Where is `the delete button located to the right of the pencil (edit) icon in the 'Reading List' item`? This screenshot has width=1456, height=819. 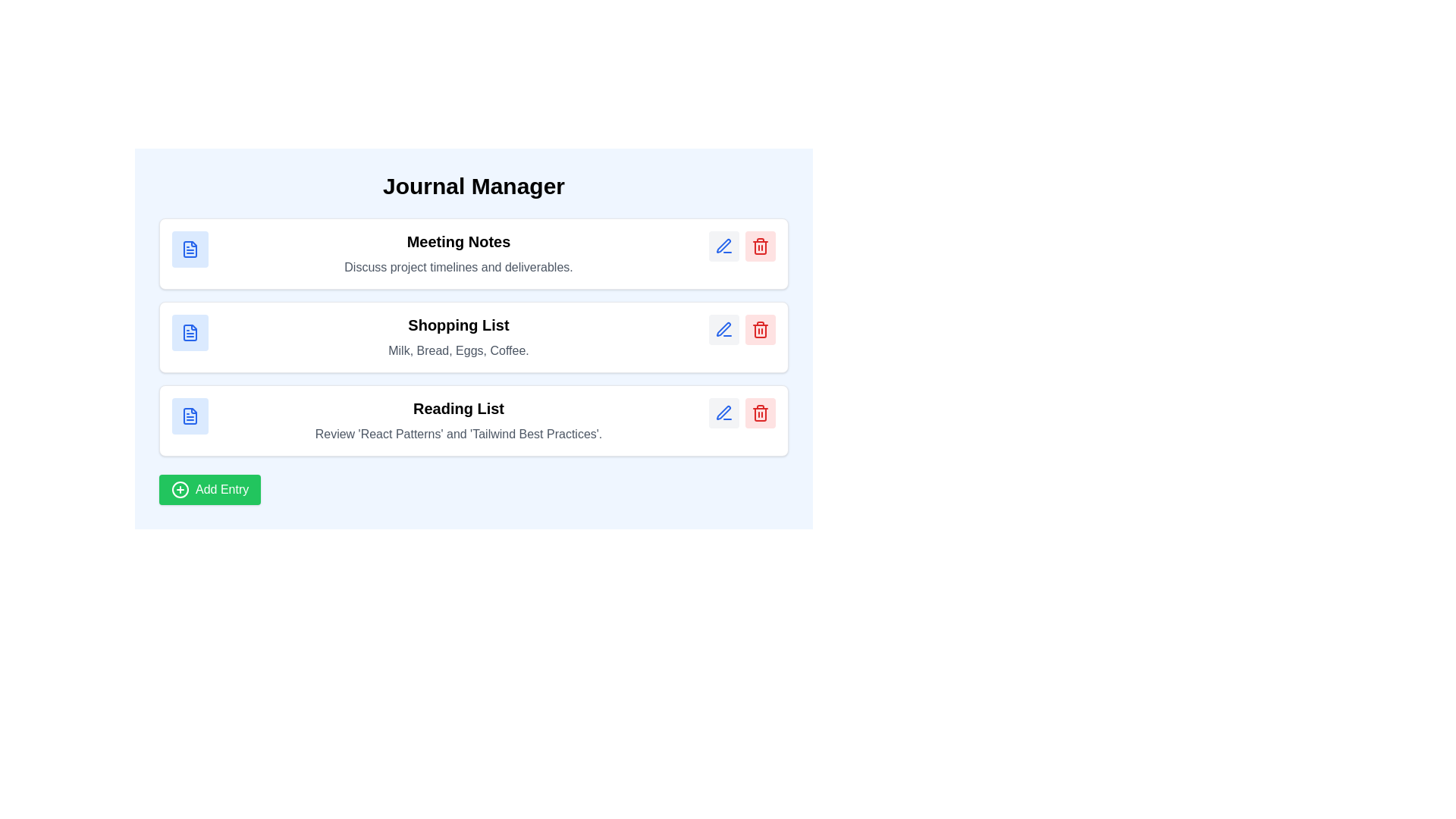 the delete button located to the right of the pencil (edit) icon in the 'Reading List' item is located at coordinates (761, 413).